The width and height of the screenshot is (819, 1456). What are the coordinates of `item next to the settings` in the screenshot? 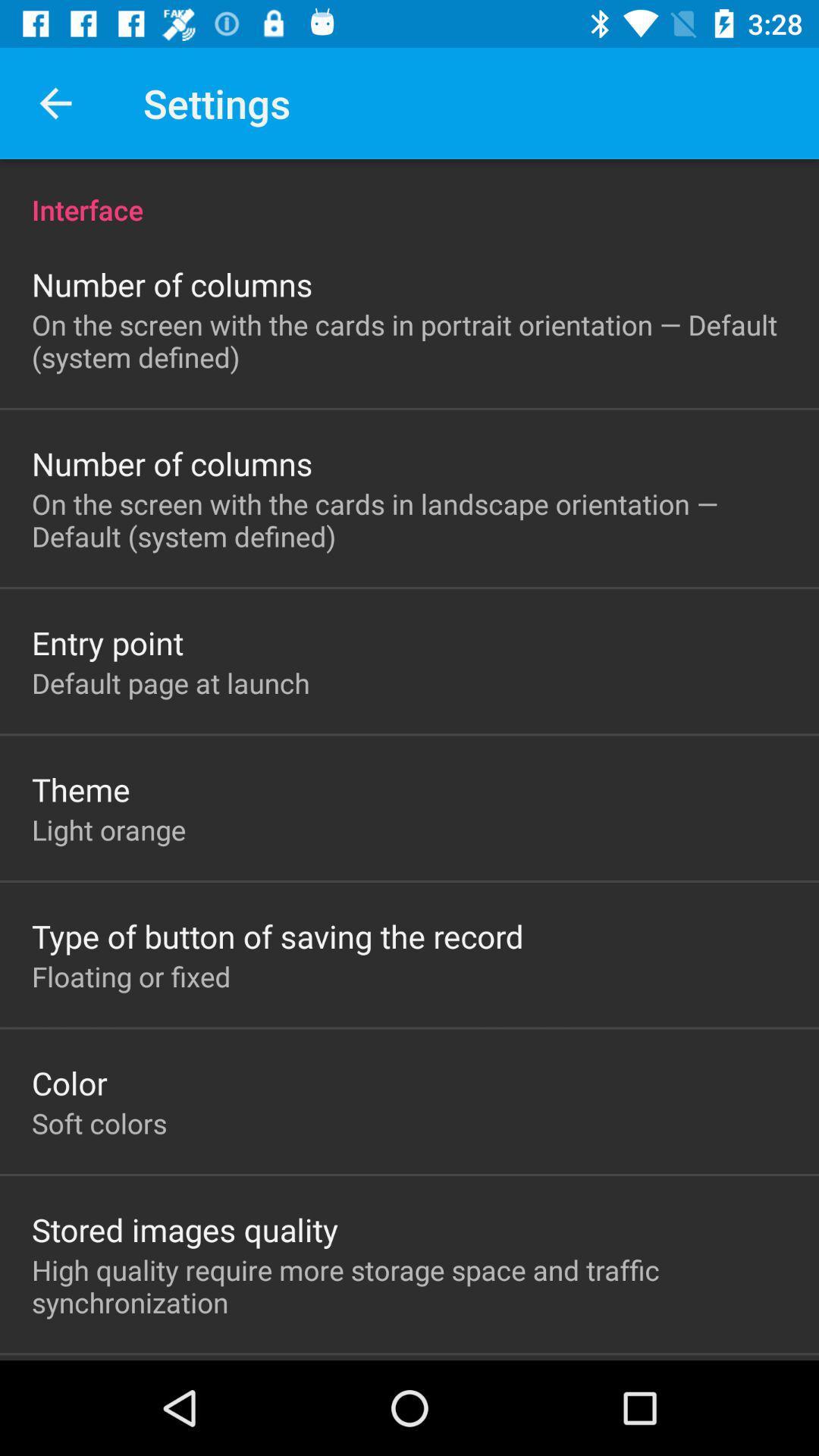 It's located at (55, 102).